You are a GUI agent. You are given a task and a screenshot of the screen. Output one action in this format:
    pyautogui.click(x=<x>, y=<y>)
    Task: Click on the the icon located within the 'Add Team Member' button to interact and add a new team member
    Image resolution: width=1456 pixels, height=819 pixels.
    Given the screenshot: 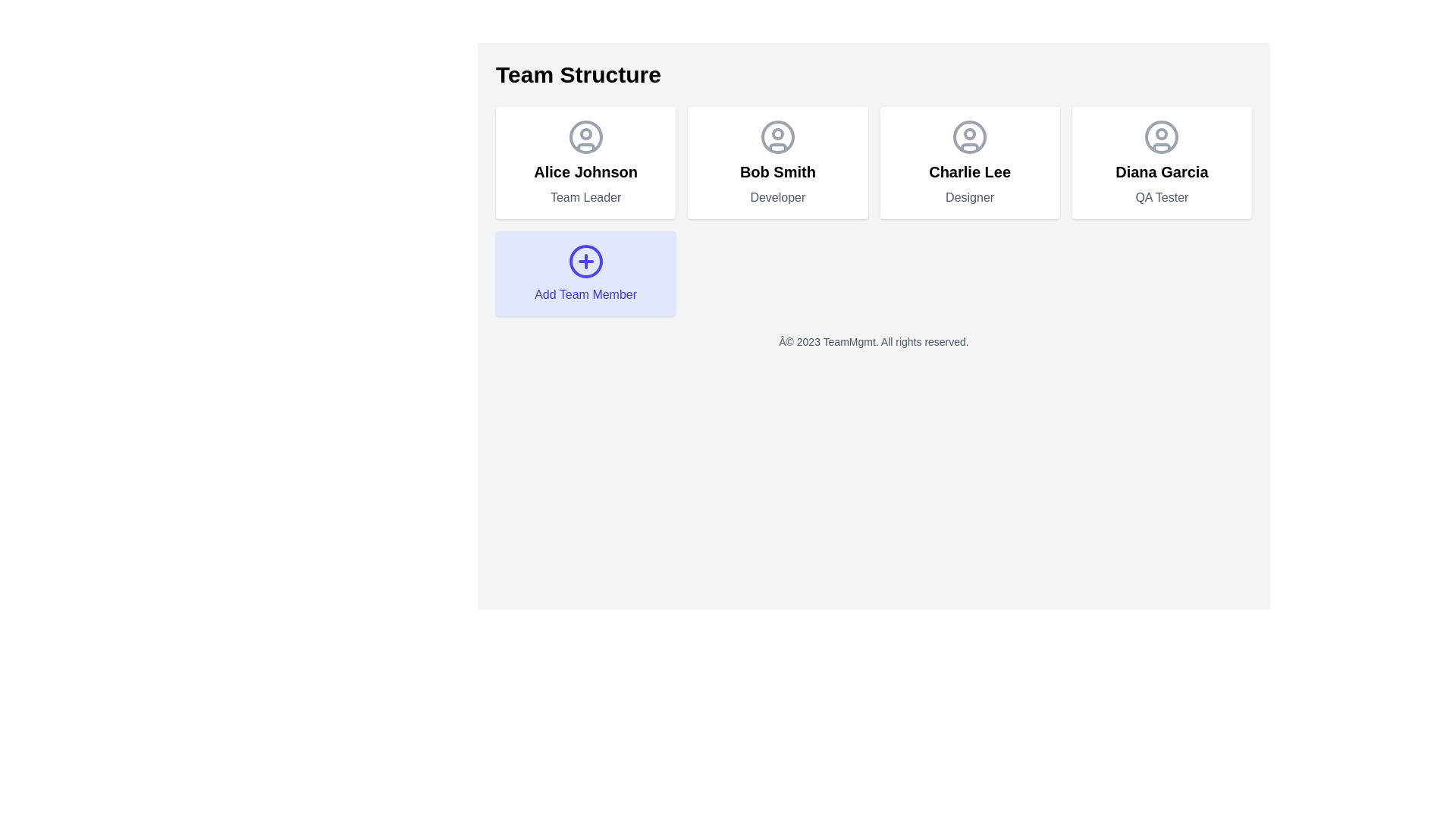 What is the action you would take?
    pyautogui.click(x=585, y=260)
    